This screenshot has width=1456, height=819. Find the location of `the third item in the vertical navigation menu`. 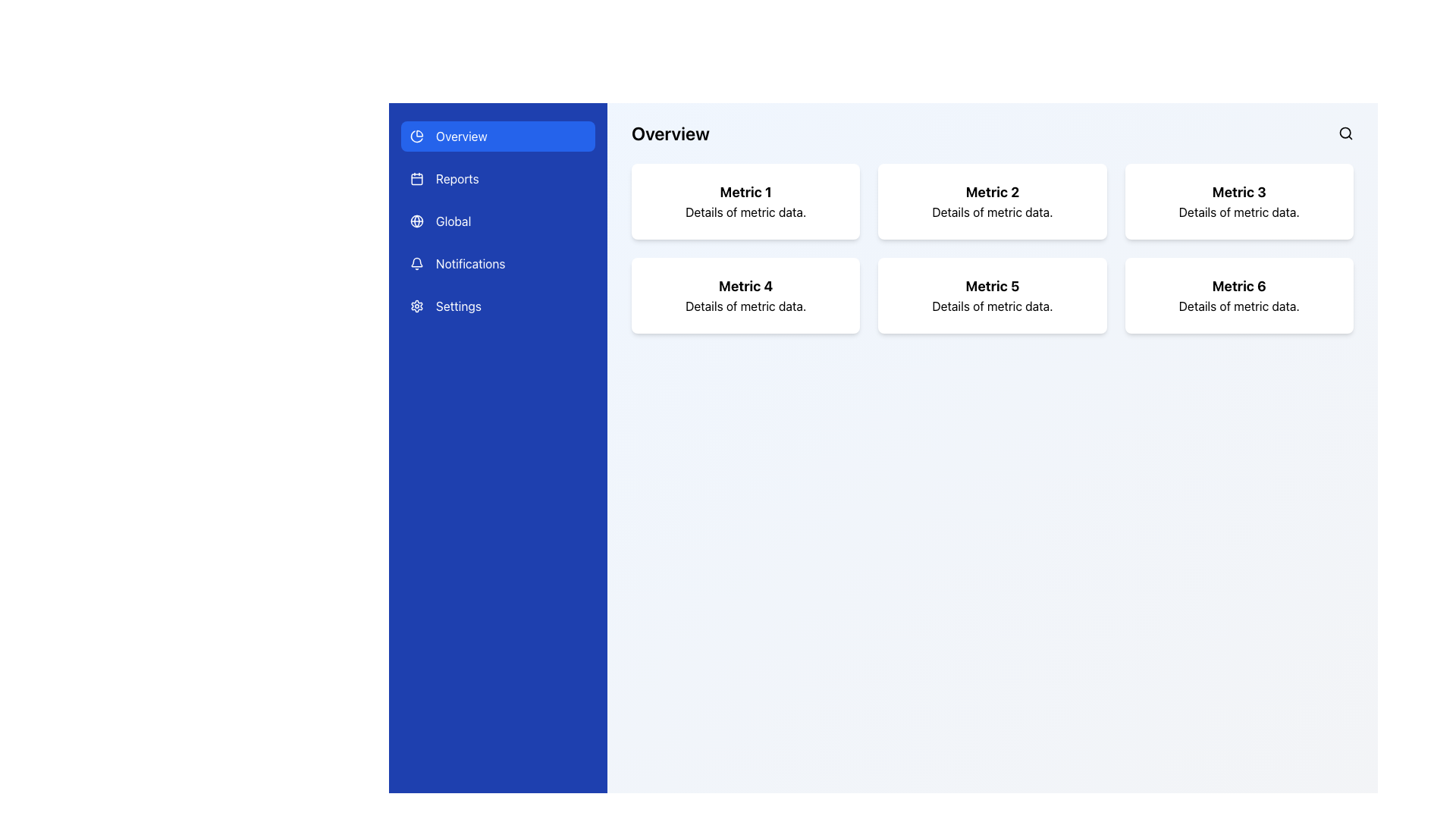

the third item in the vertical navigation menu is located at coordinates (498, 221).